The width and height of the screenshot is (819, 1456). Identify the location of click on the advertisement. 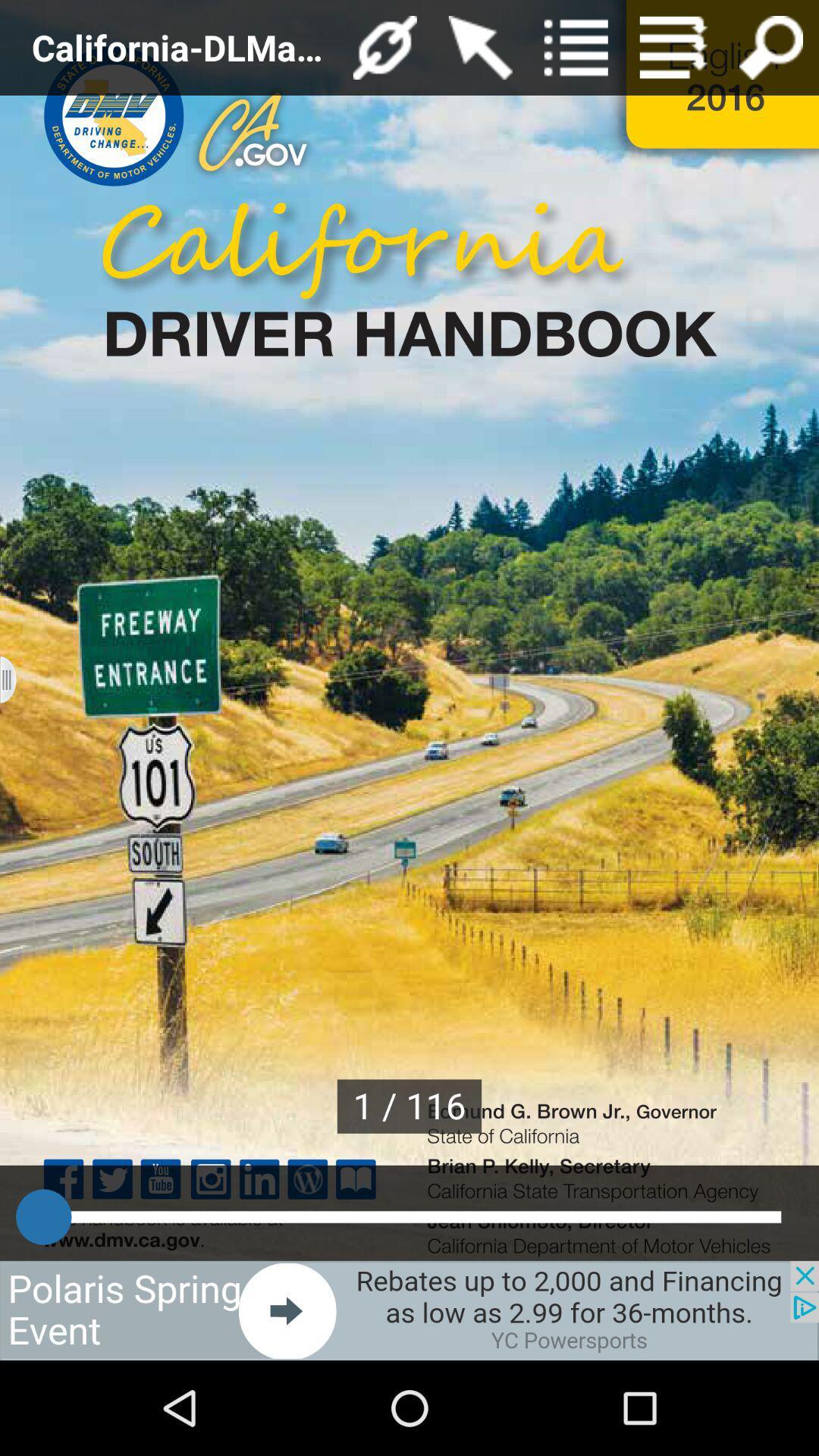
(409, 1310).